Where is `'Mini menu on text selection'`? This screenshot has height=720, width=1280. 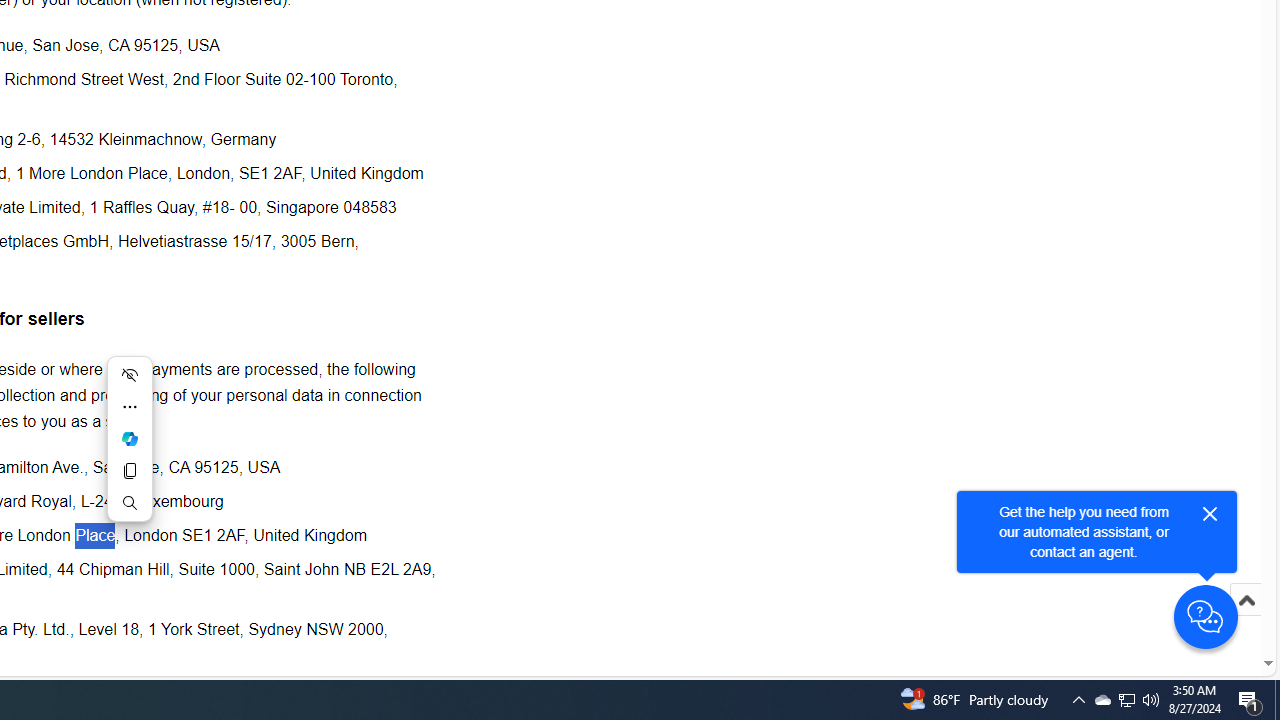 'Mini menu on text selection' is located at coordinates (128, 451).